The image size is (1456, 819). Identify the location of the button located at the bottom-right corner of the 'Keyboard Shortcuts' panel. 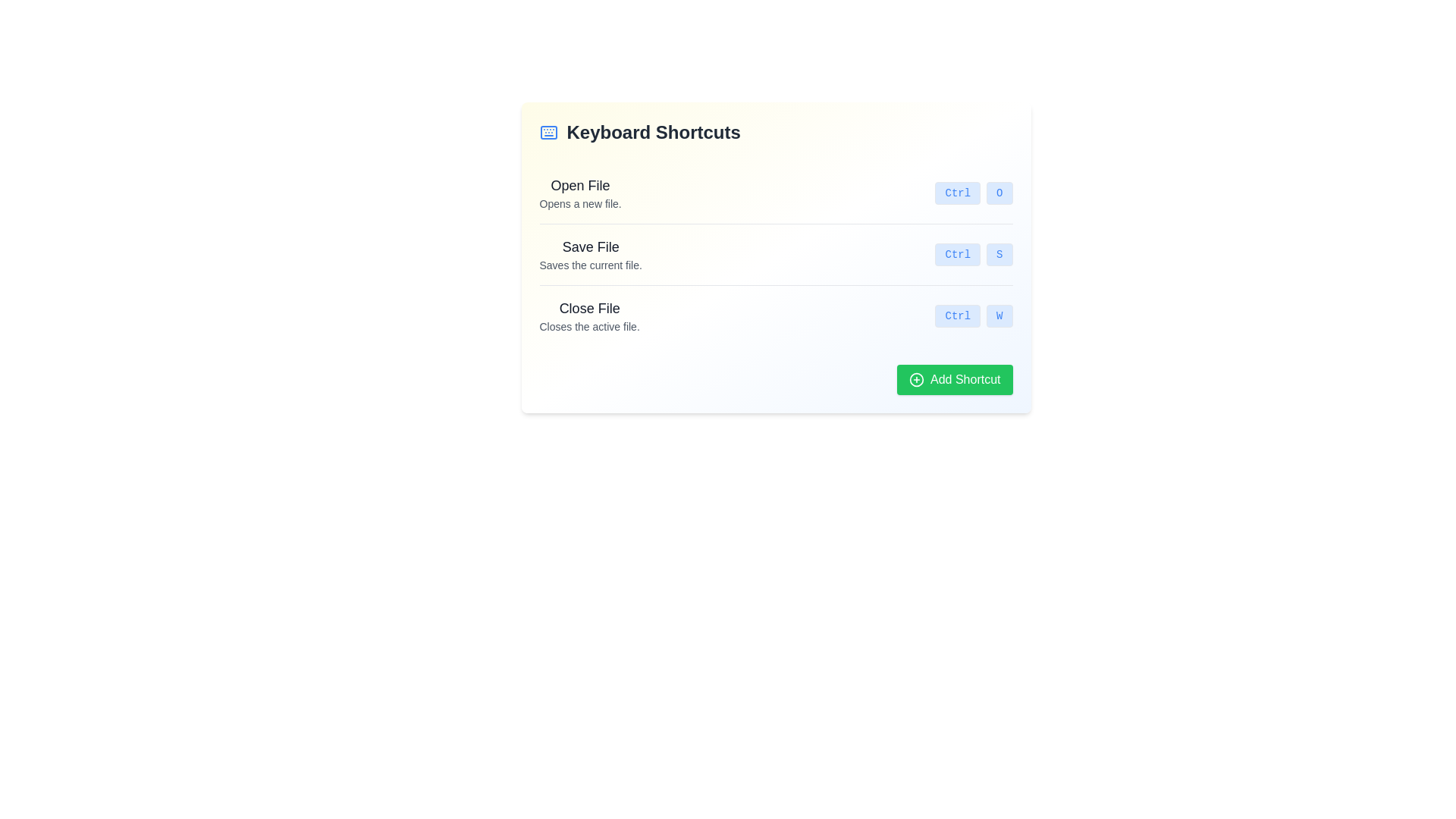
(776, 379).